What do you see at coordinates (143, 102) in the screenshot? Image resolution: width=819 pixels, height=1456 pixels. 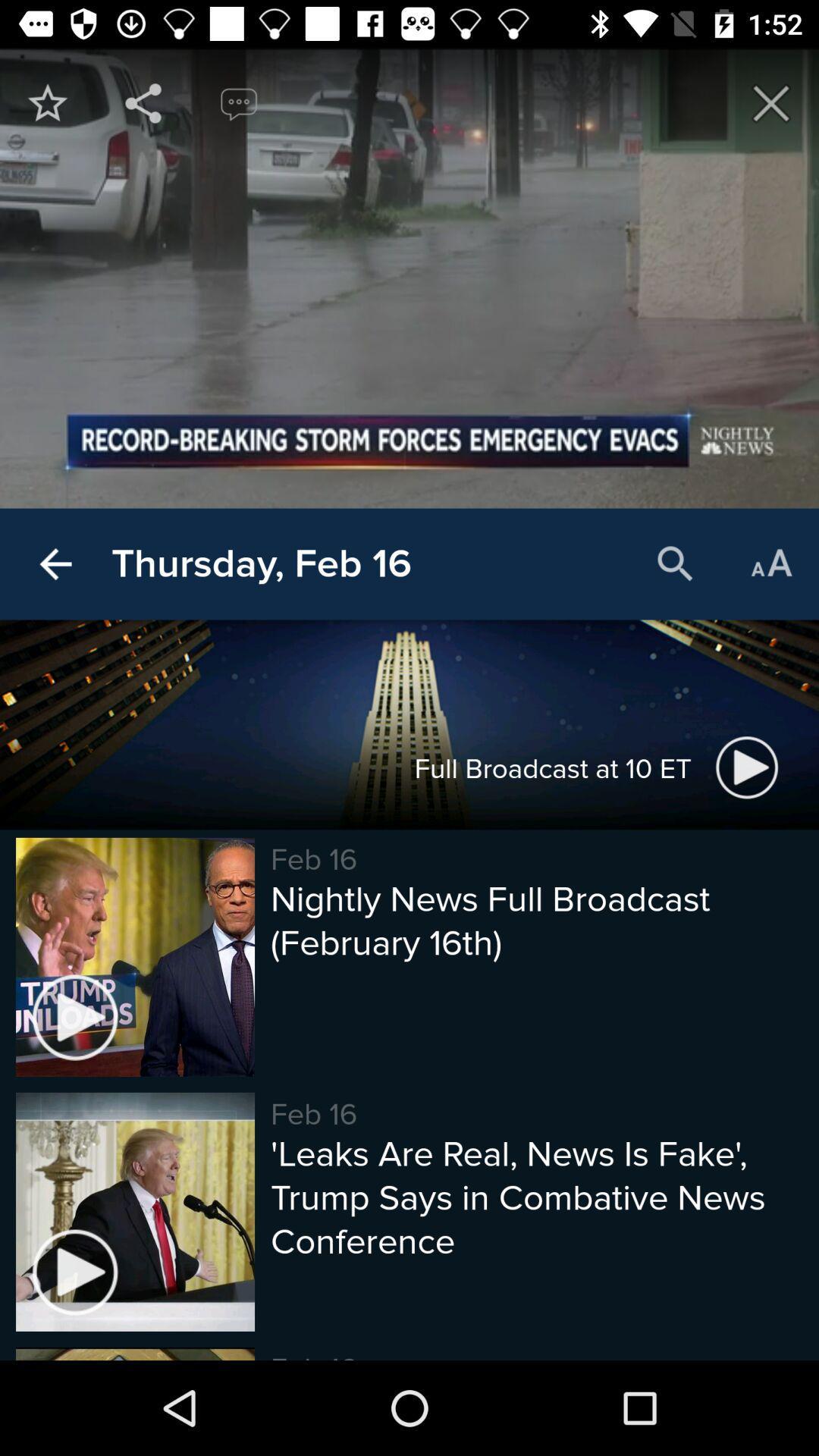 I see `share` at bounding box center [143, 102].